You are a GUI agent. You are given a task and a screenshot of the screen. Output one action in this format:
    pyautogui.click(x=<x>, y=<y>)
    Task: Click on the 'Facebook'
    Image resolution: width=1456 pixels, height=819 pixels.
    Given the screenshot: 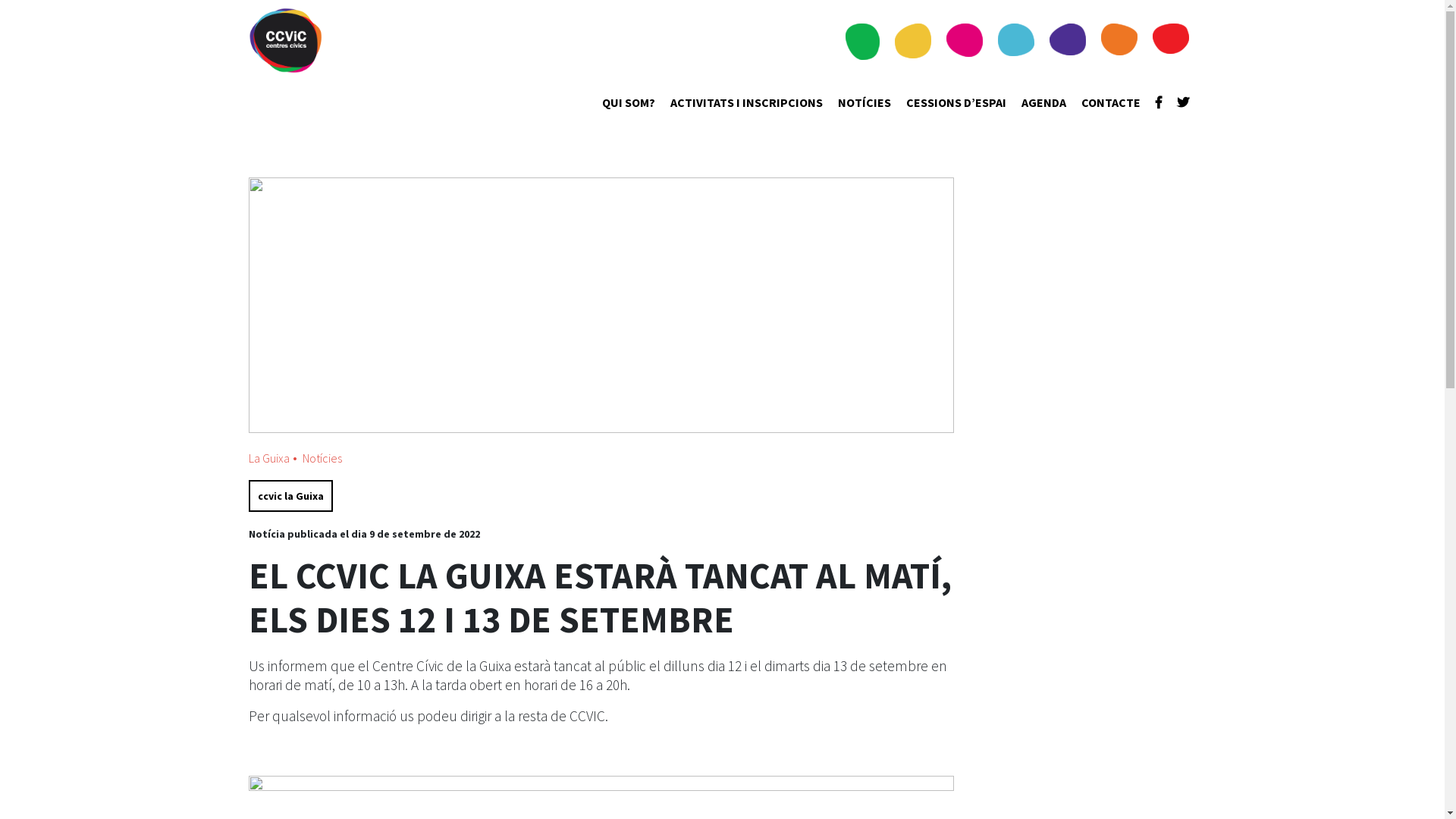 What is the action you would take?
    pyautogui.click(x=1154, y=102)
    